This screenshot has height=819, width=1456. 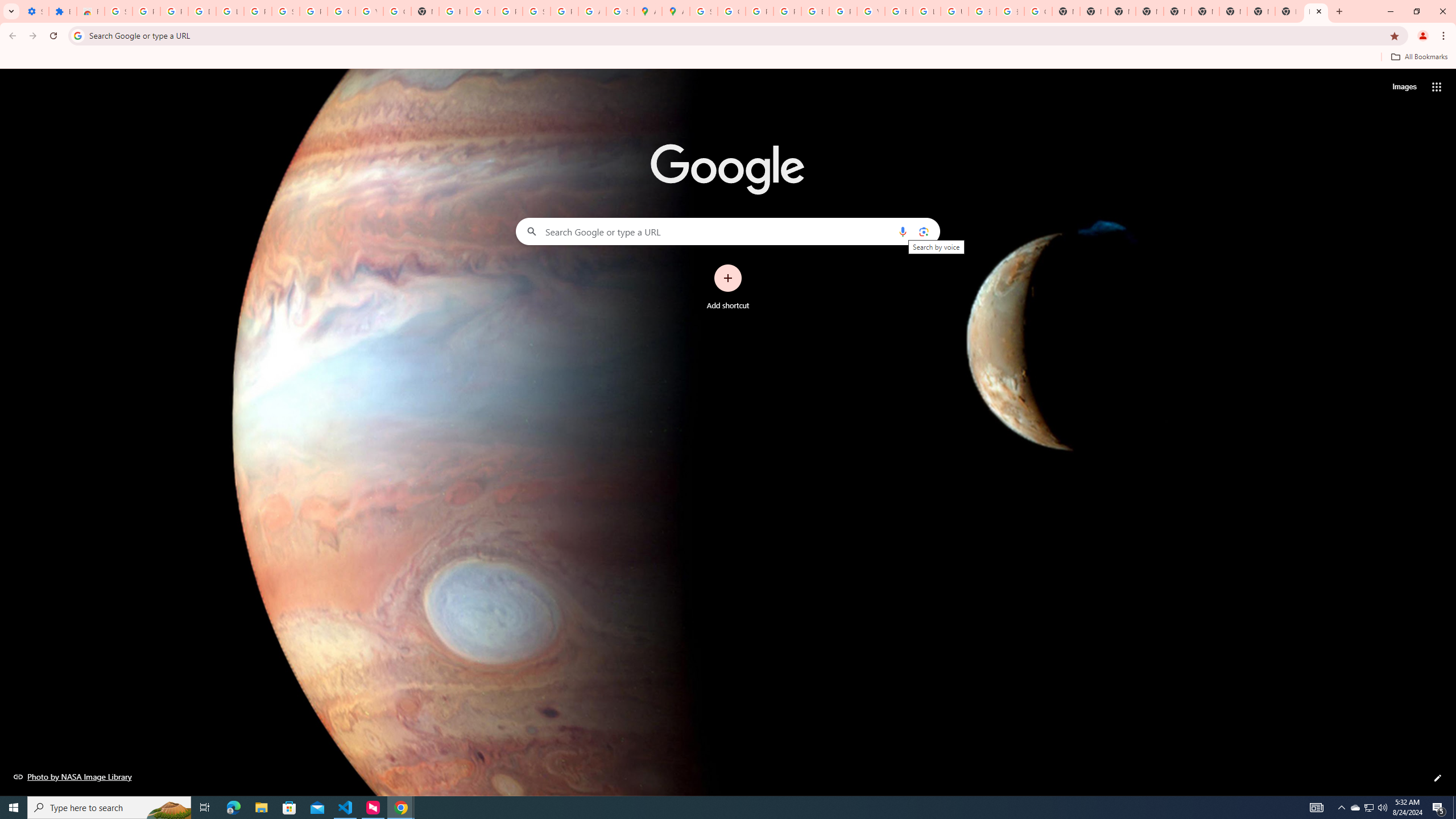 I want to click on 'Settings - On startup', so click(x=35, y=11).